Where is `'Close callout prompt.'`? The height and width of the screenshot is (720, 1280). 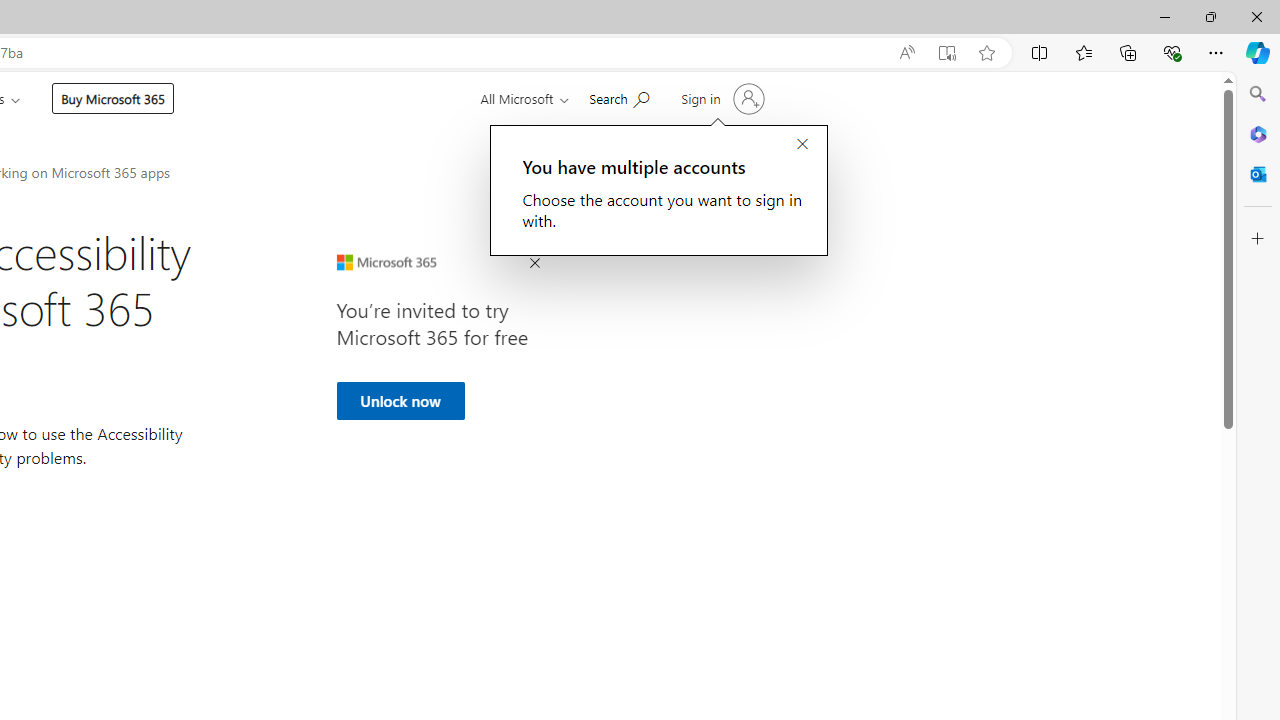 'Close callout prompt.' is located at coordinates (802, 144).